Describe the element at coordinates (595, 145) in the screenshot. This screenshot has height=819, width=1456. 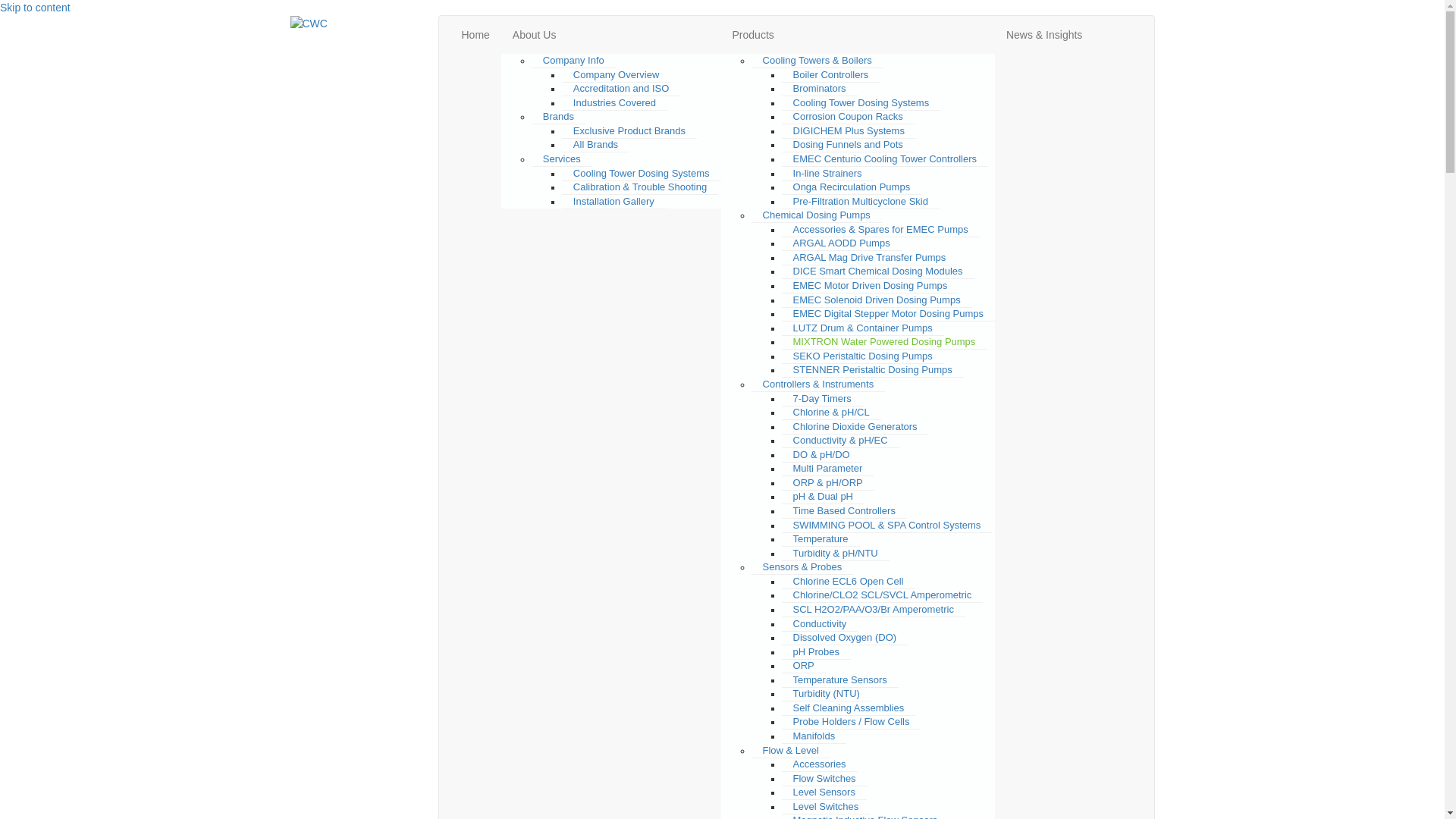
I see `'All Brands'` at that location.